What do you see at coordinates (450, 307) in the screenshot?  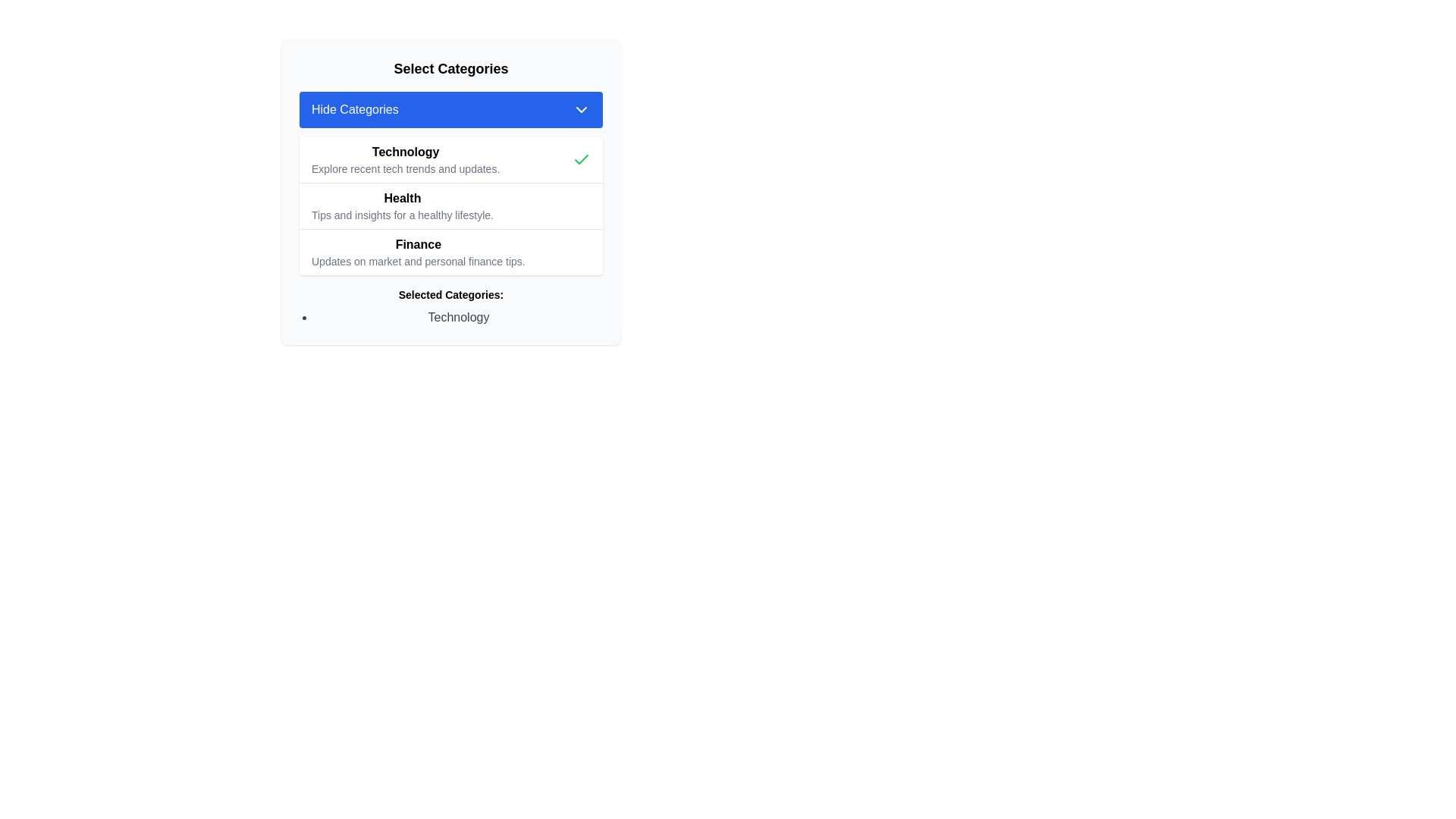 I see `text displayed on the Text Label indicating the chosen category, which shows 'Selected Categories: Technology' in bold with 'Technology' in grayish tone` at bounding box center [450, 307].